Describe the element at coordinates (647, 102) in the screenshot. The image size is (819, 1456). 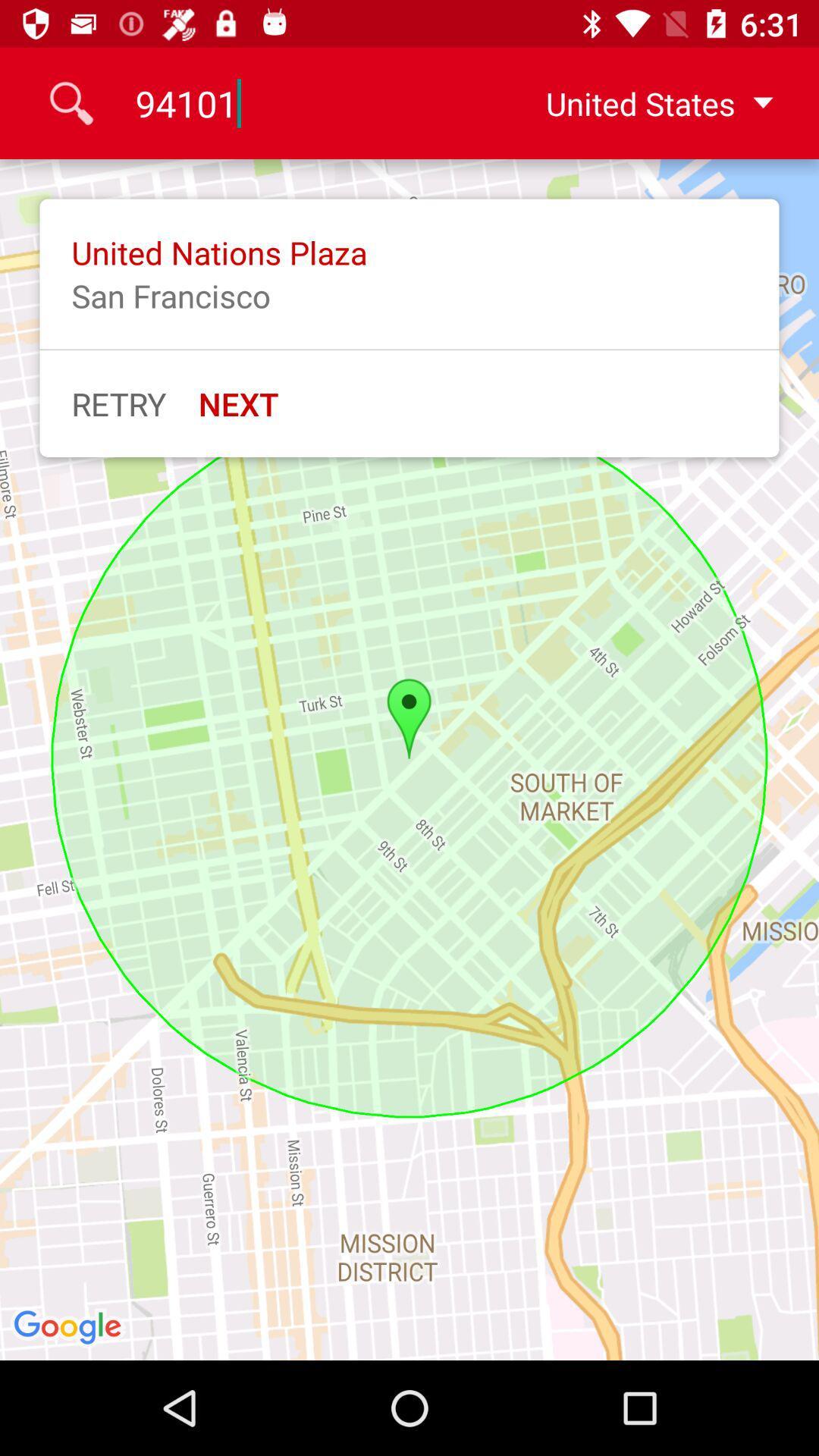
I see `united states icon` at that location.